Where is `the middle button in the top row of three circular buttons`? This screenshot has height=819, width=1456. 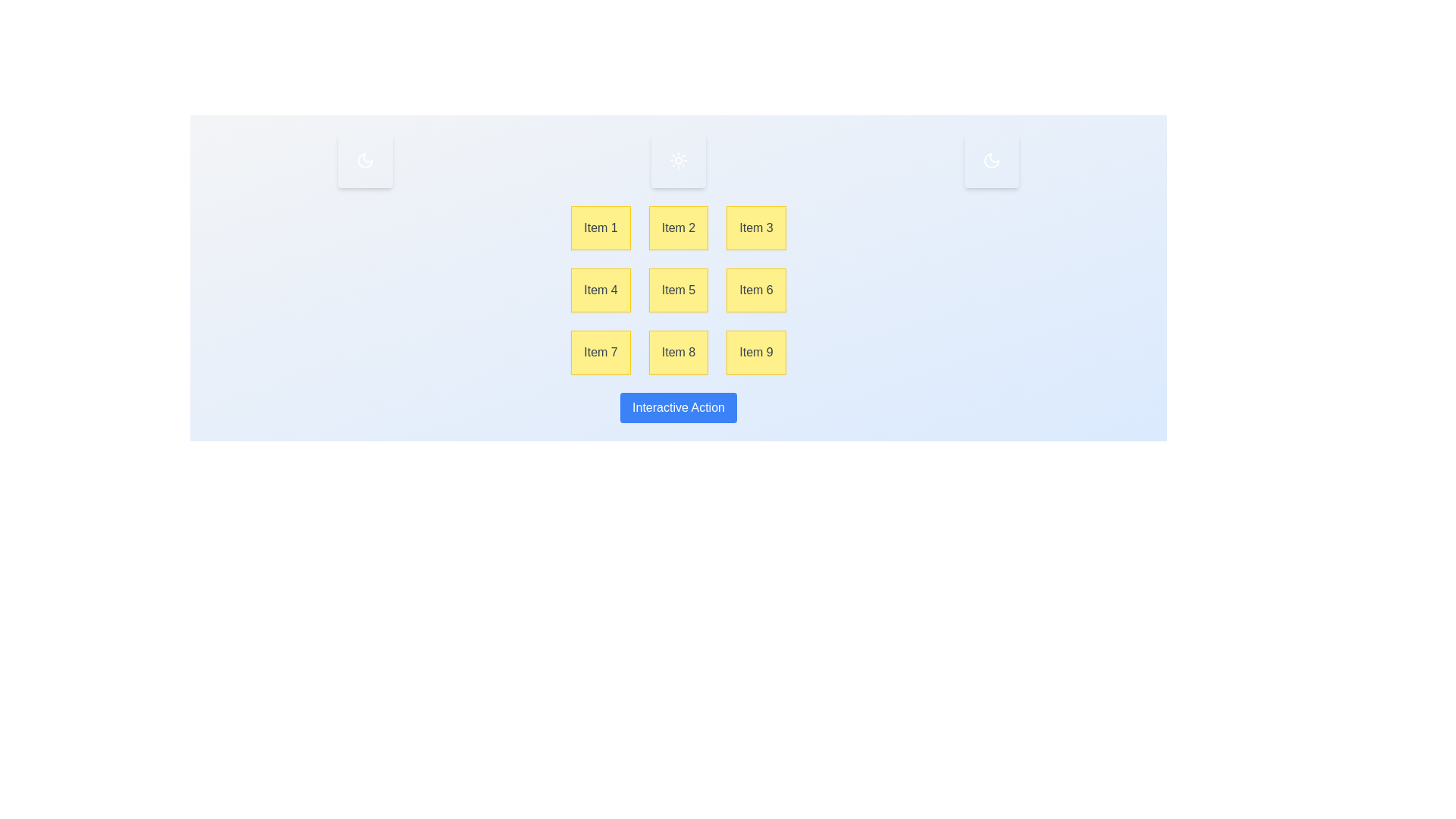 the middle button in the top row of three circular buttons is located at coordinates (677, 161).